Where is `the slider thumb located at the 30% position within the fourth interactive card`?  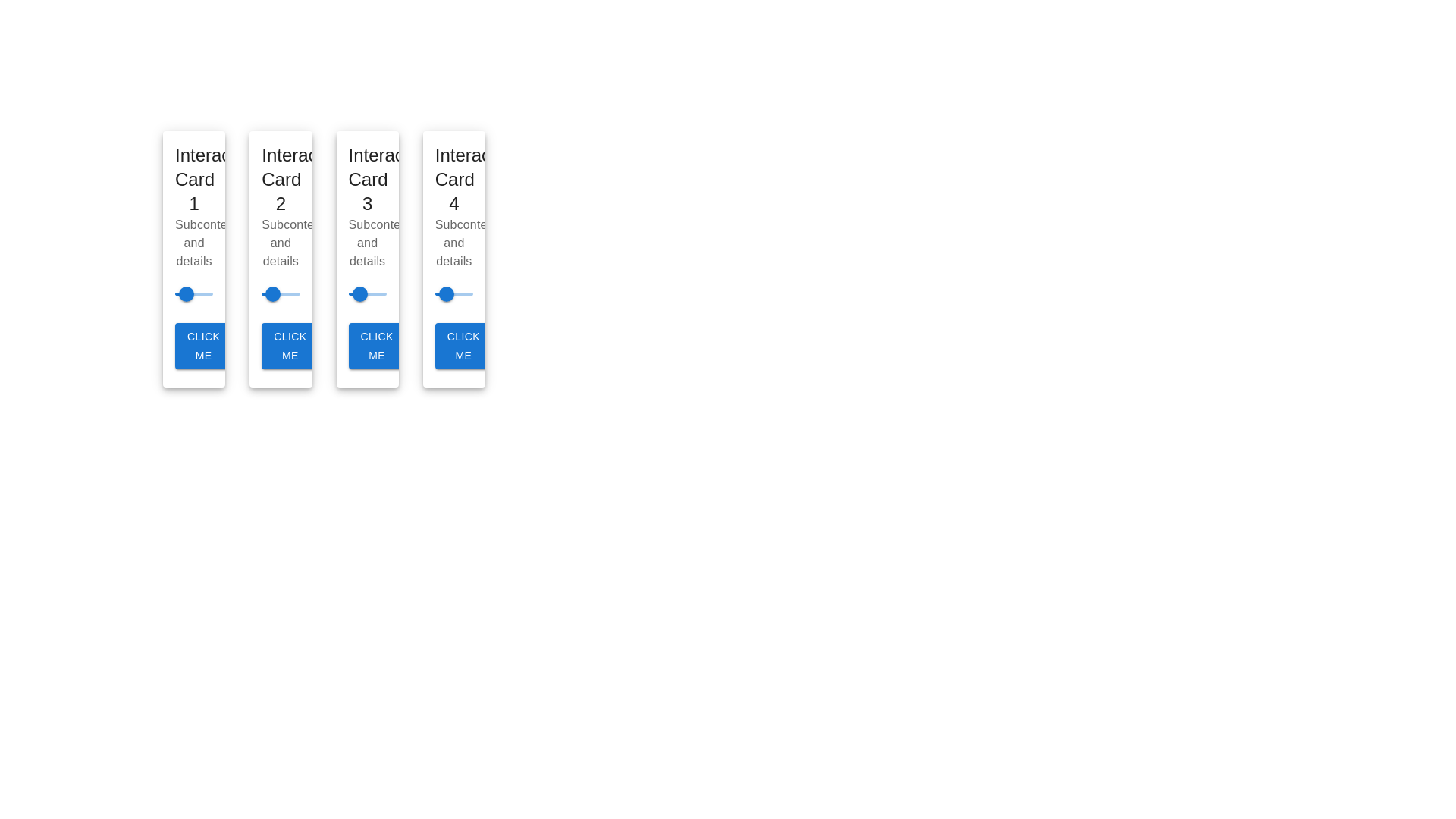
the slider thumb located at the 30% position within the fourth interactive card is located at coordinates (445, 294).